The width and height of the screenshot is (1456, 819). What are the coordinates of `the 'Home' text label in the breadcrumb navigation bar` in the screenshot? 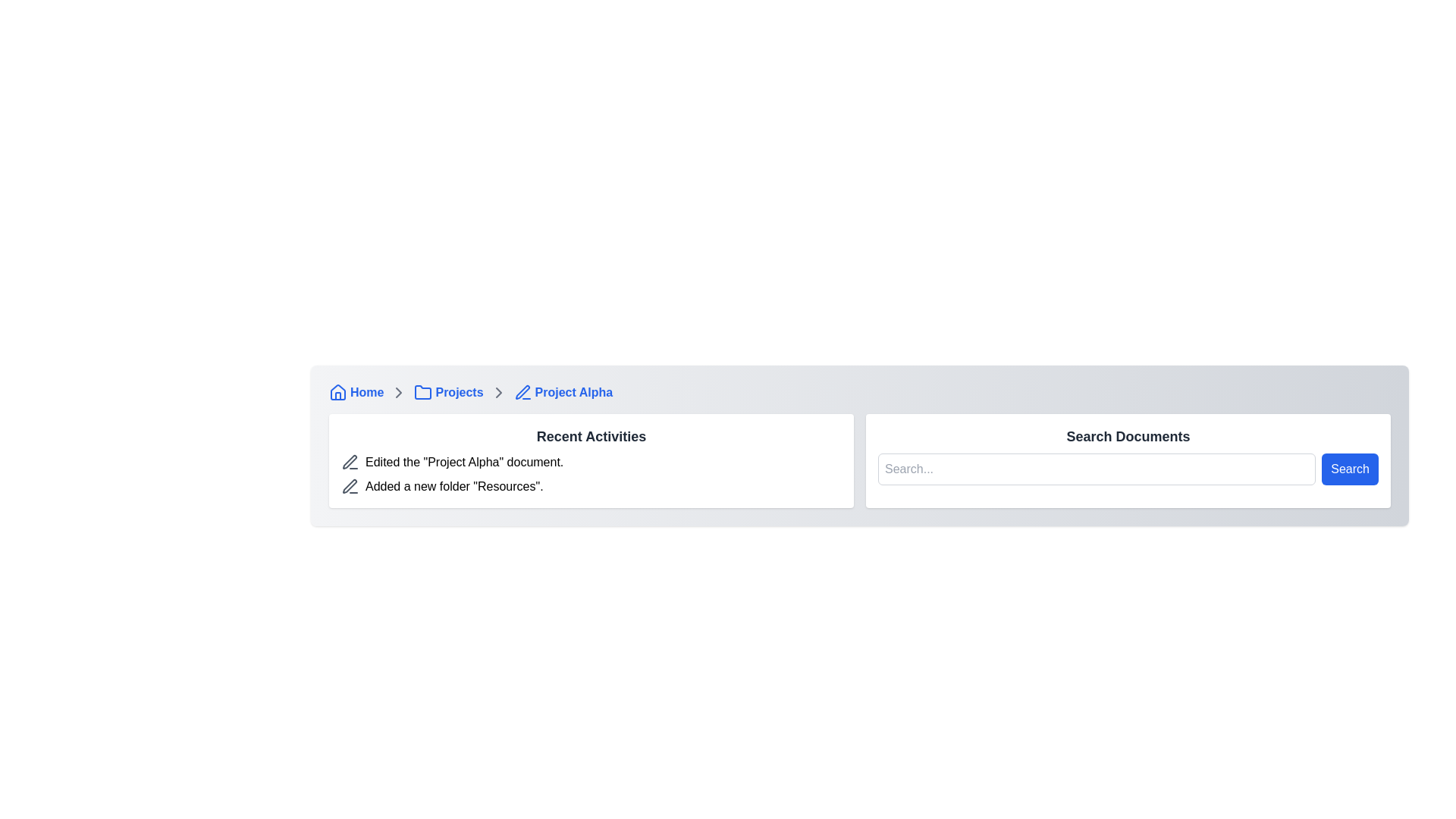 It's located at (367, 391).